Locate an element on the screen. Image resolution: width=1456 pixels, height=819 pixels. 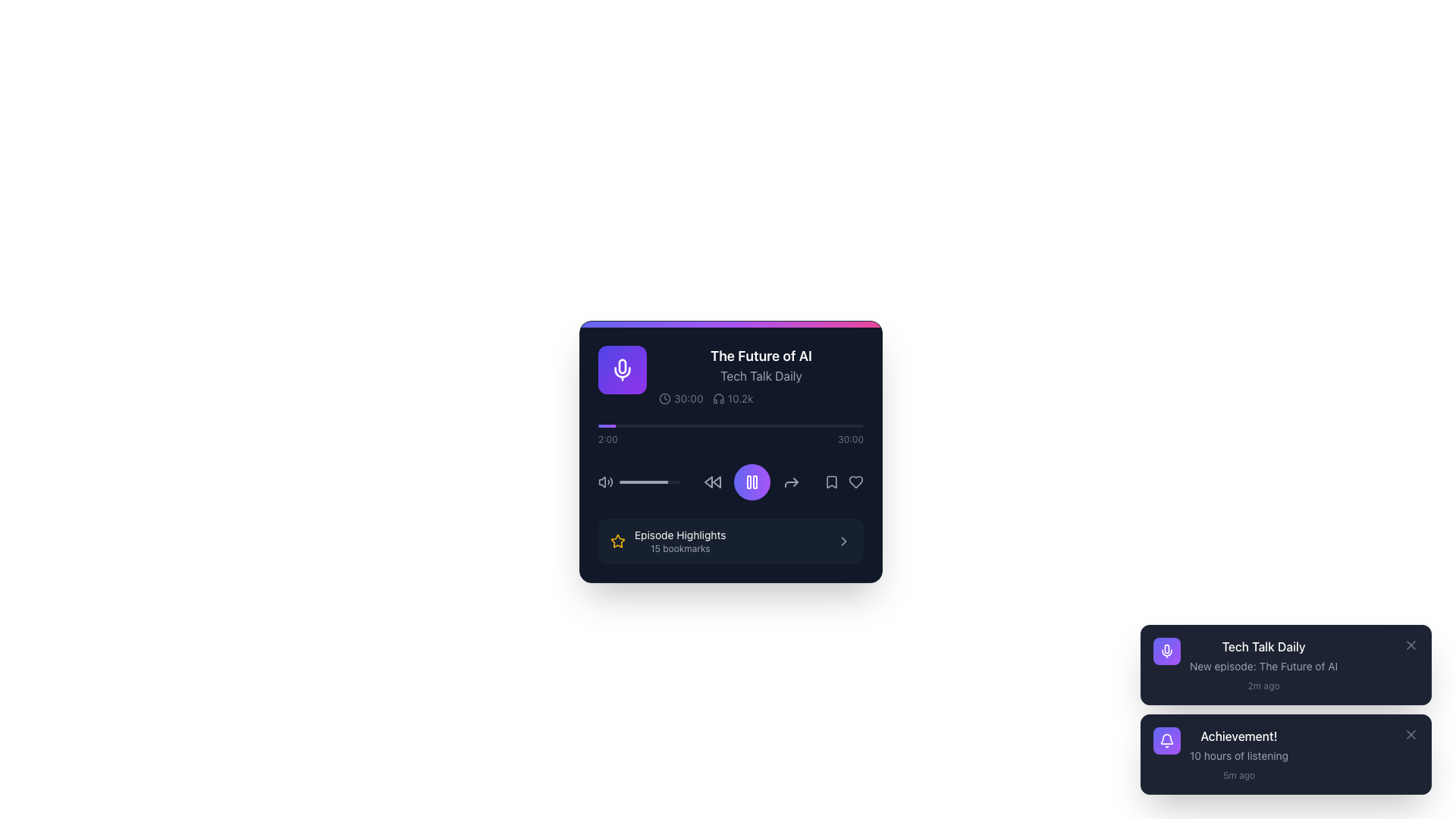
the star-shaped icon outlined in vibrant yellow, which is located to the left of the 'Episode Highlights' text, to invoke a feature is located at coordinates (618, 540).